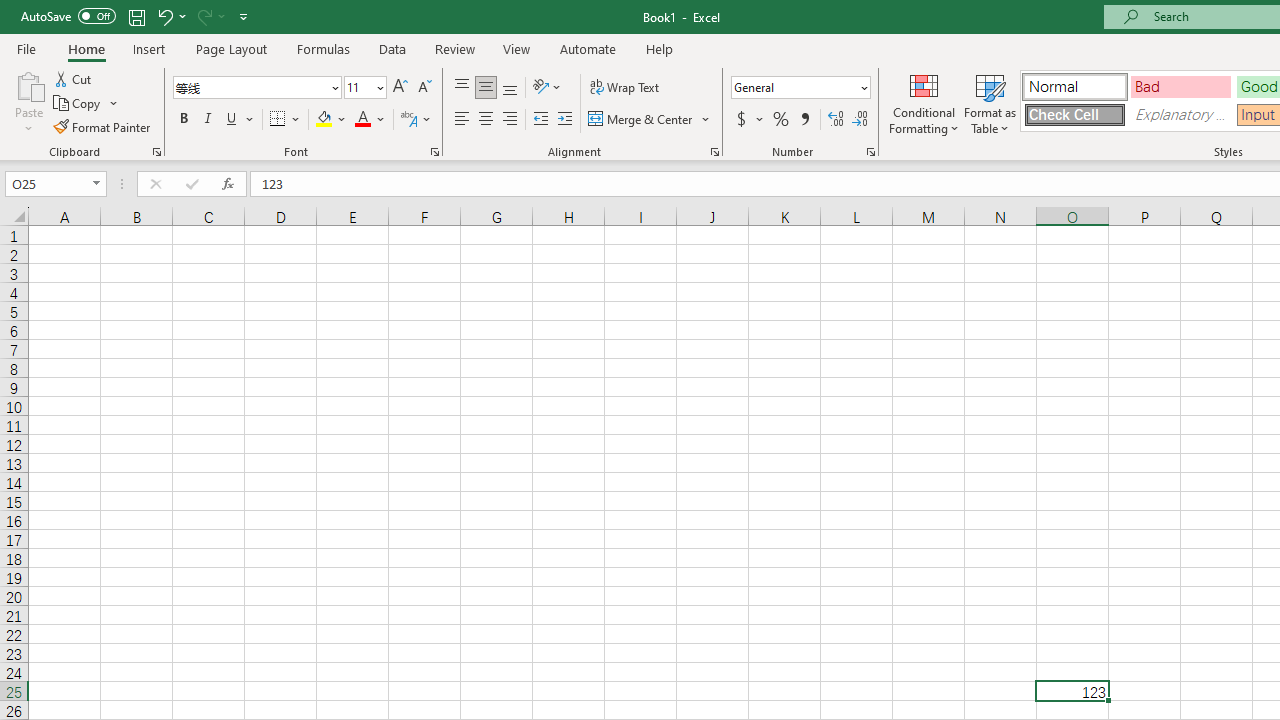  What do you see at coordinates (641, 119) in the screenshot?
I see `'Merge & Center'` at bounding box center [641, 119].